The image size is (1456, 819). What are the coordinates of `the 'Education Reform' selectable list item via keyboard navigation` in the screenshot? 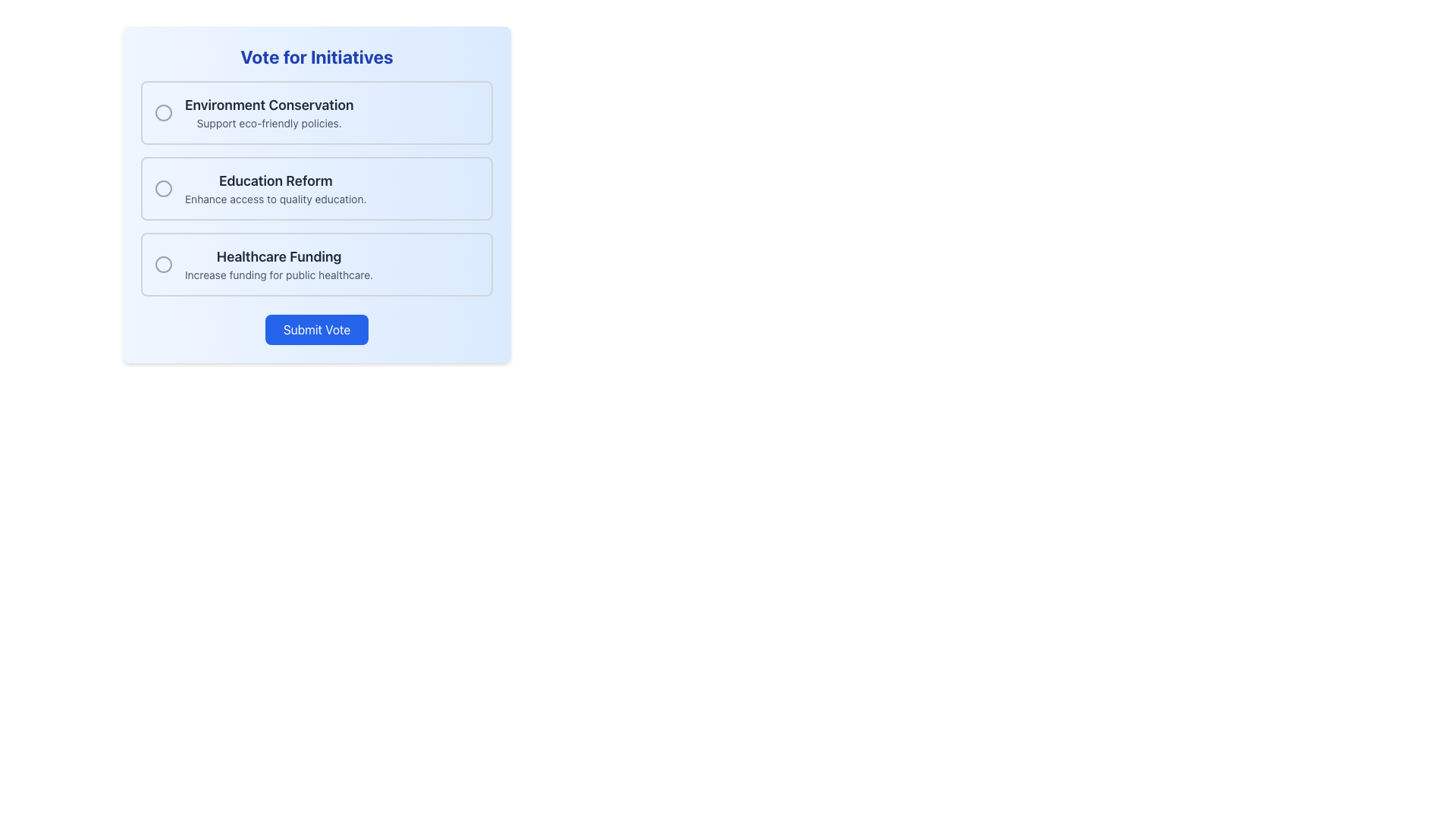 It's located at (315, 188).